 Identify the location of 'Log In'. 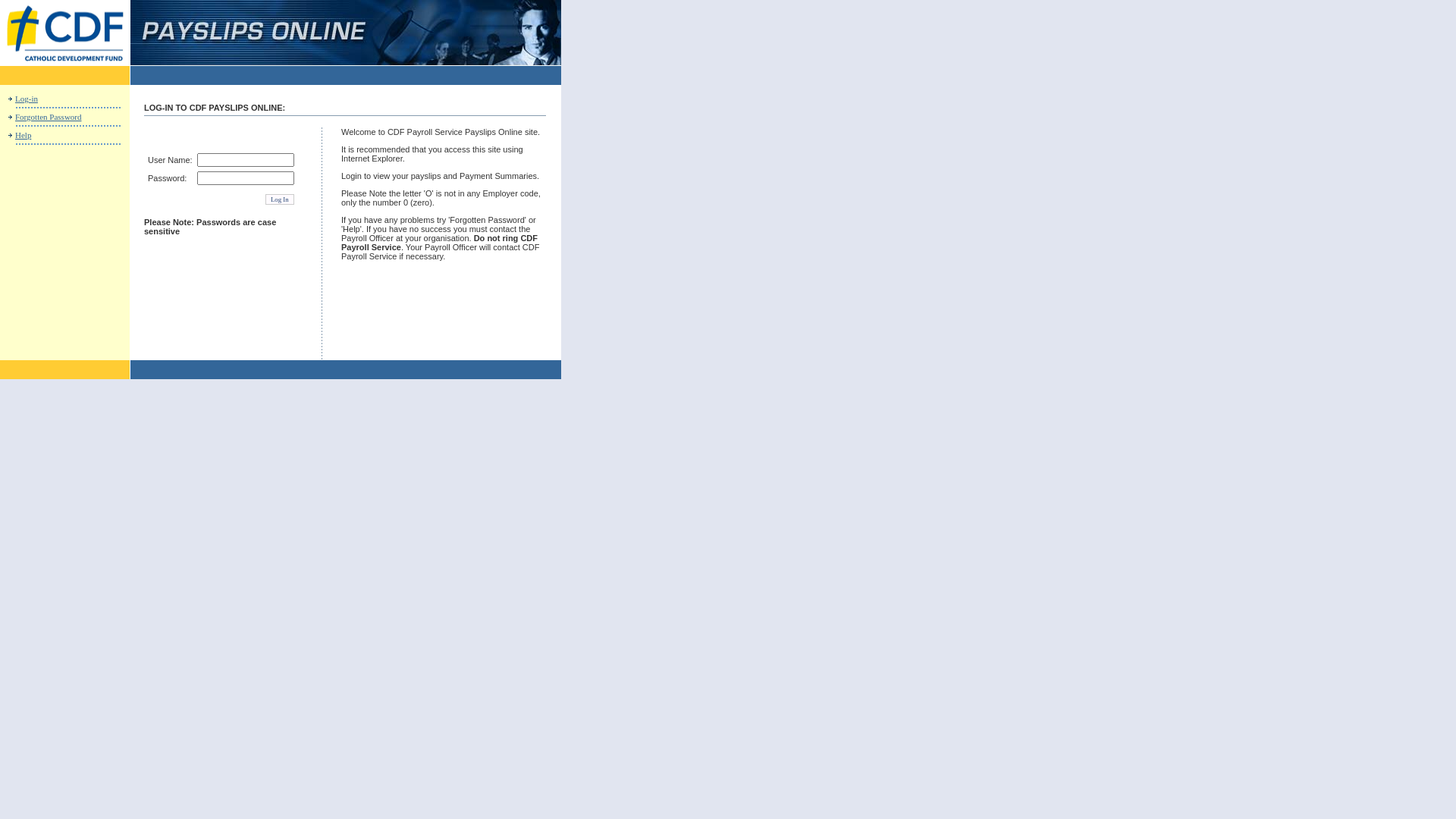
(280, 198).